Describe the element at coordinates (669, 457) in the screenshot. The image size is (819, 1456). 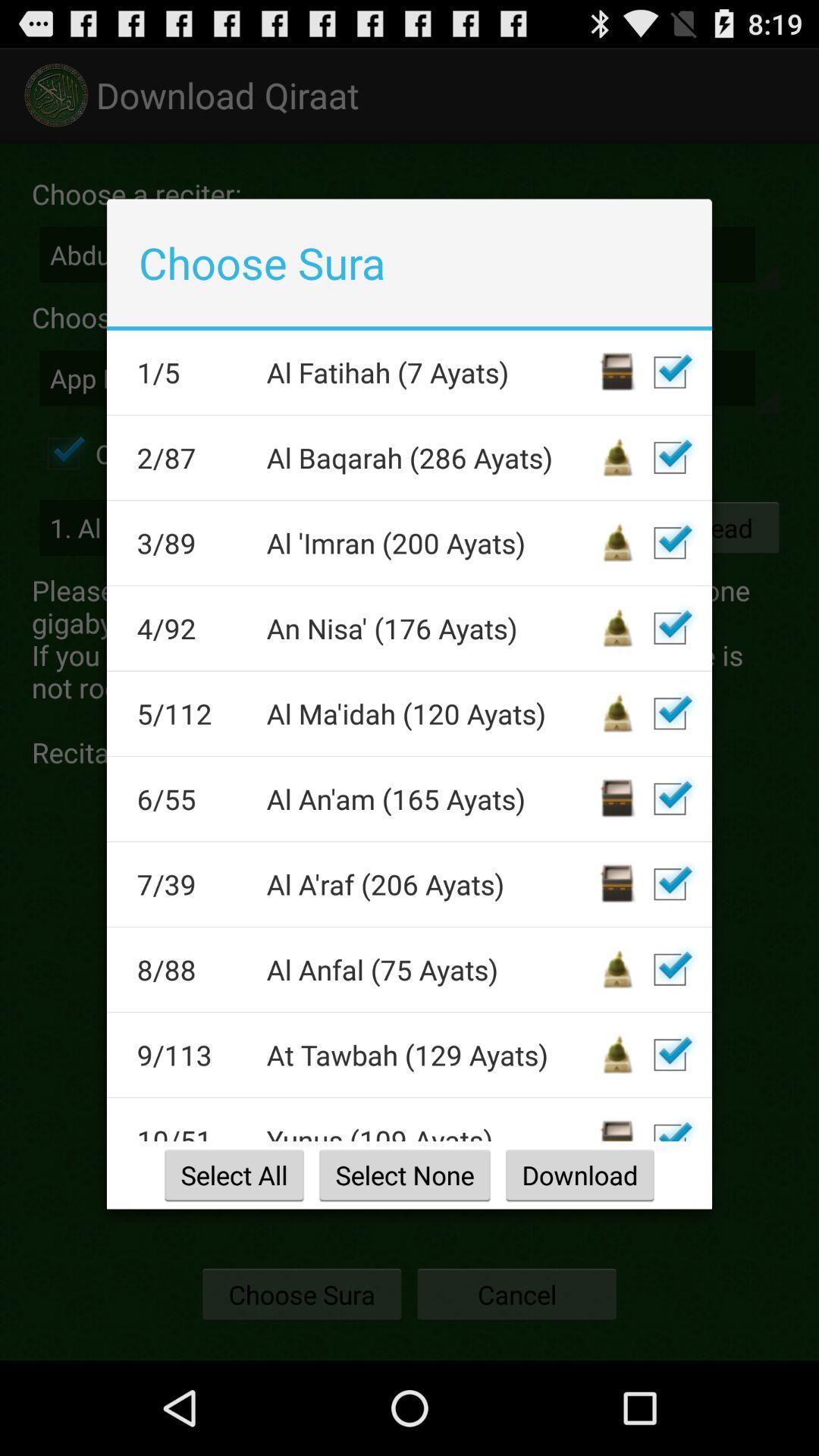
I see `a checkbox` at that location.